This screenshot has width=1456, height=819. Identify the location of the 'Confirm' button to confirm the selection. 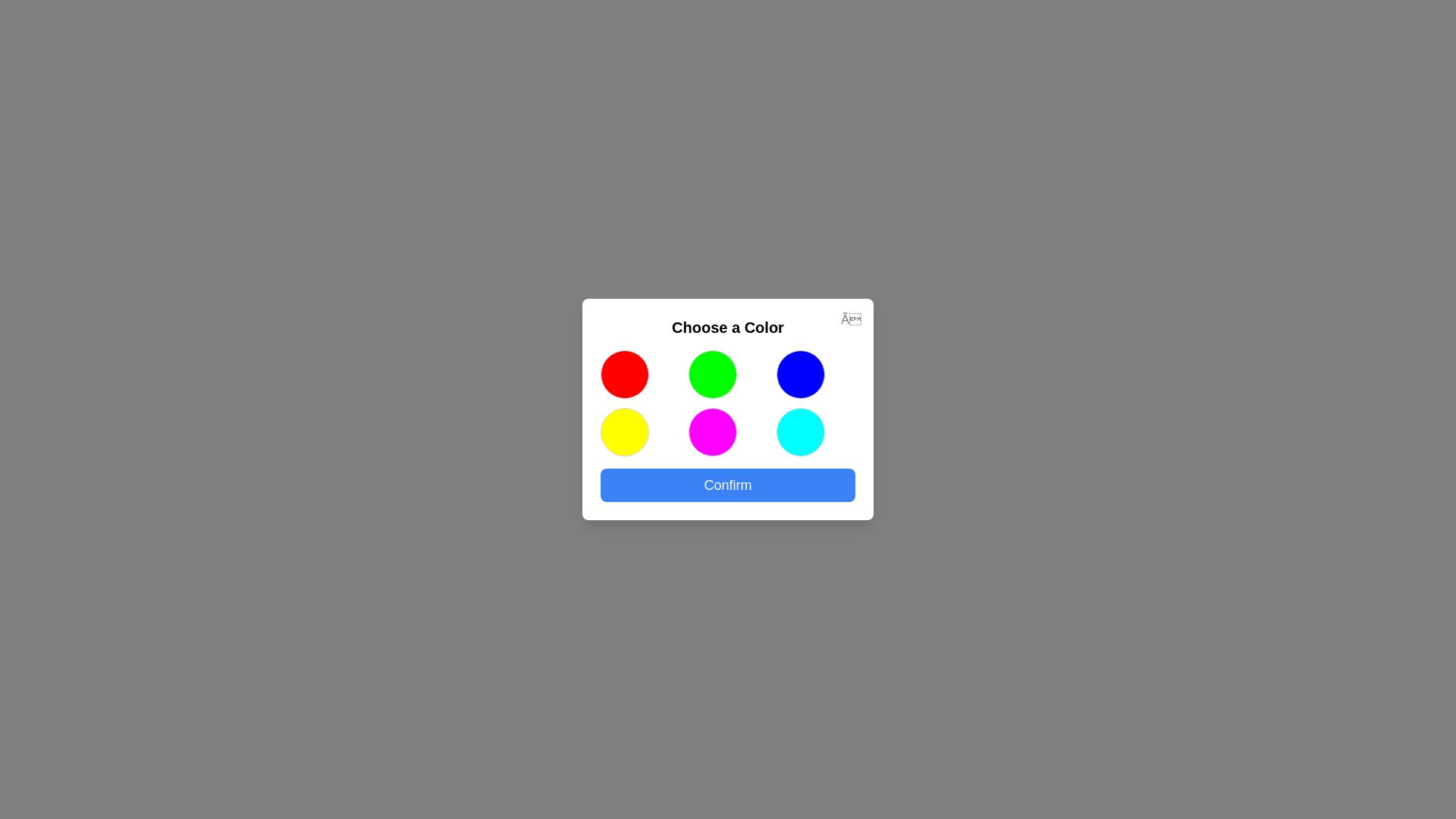
(728, 485).